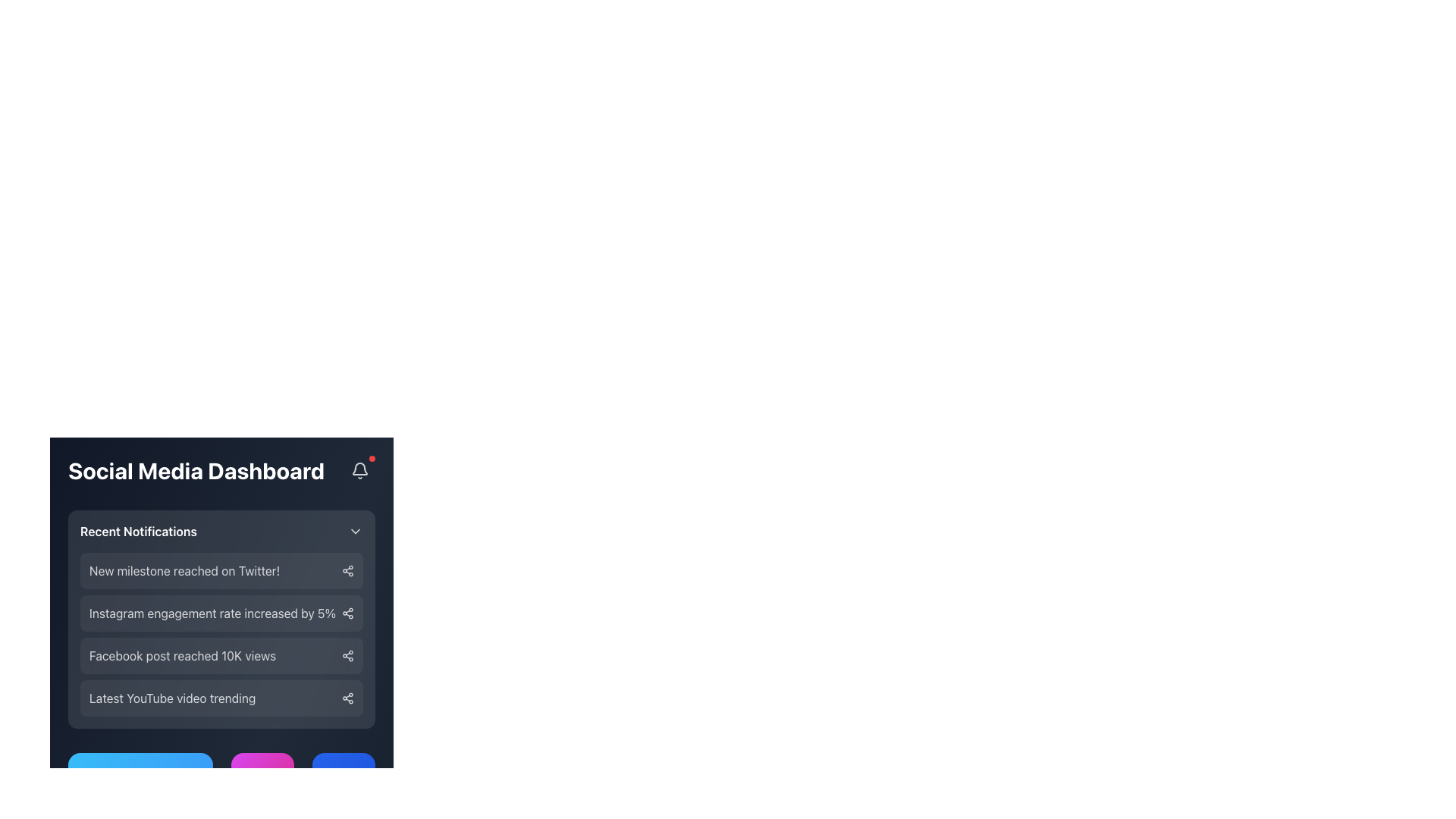  I want to click on the 'Recent Notifications' static text, which is styled in larger, bold, white font and located in the header section of the notifications area on the dashboard, so click(138, 531).